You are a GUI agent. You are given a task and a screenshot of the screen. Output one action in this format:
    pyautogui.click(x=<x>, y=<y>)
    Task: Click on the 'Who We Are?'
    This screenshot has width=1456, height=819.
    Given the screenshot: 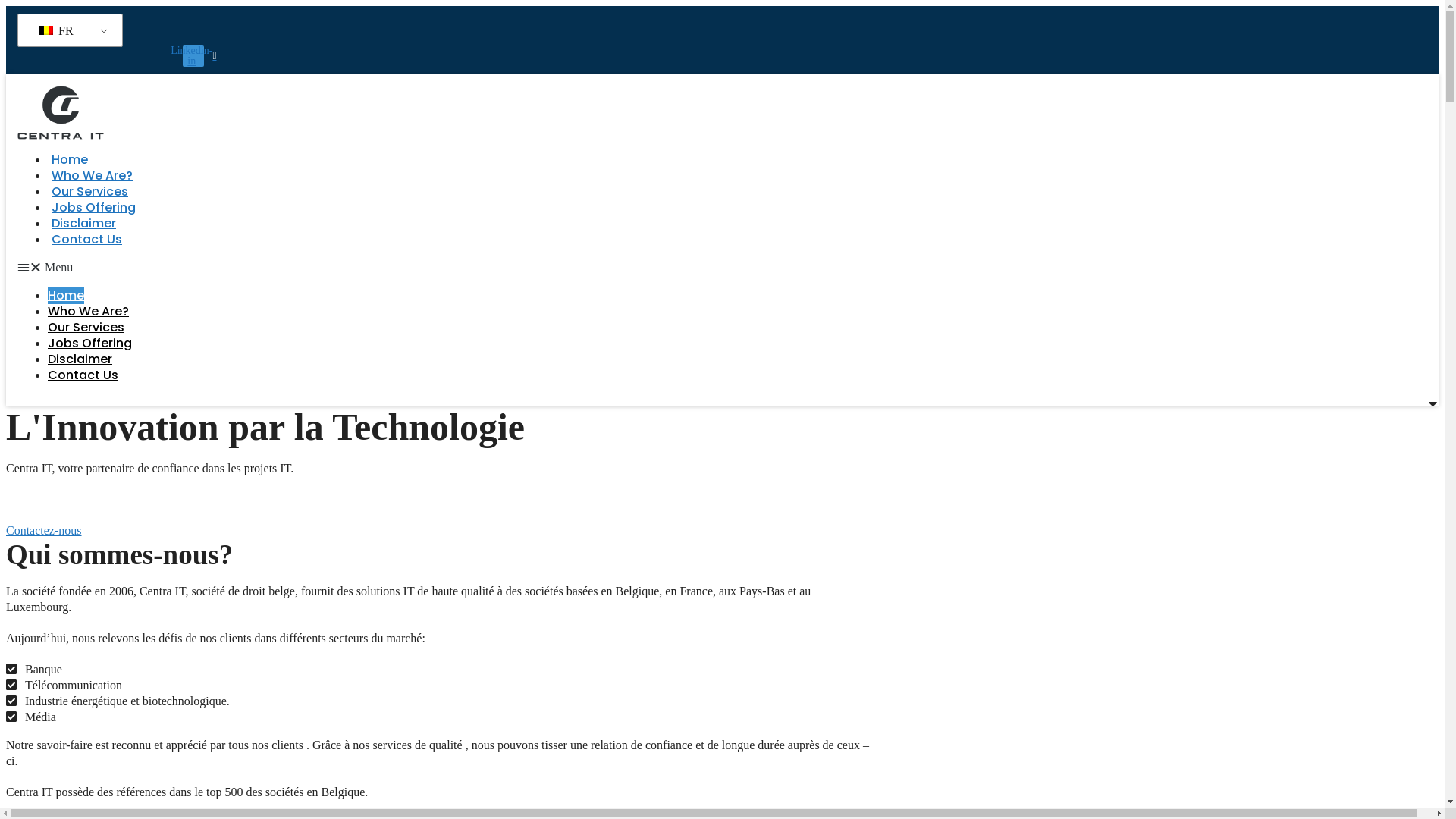 What is the action you would take?
    pyautogui.click(x=87, y=310)
    